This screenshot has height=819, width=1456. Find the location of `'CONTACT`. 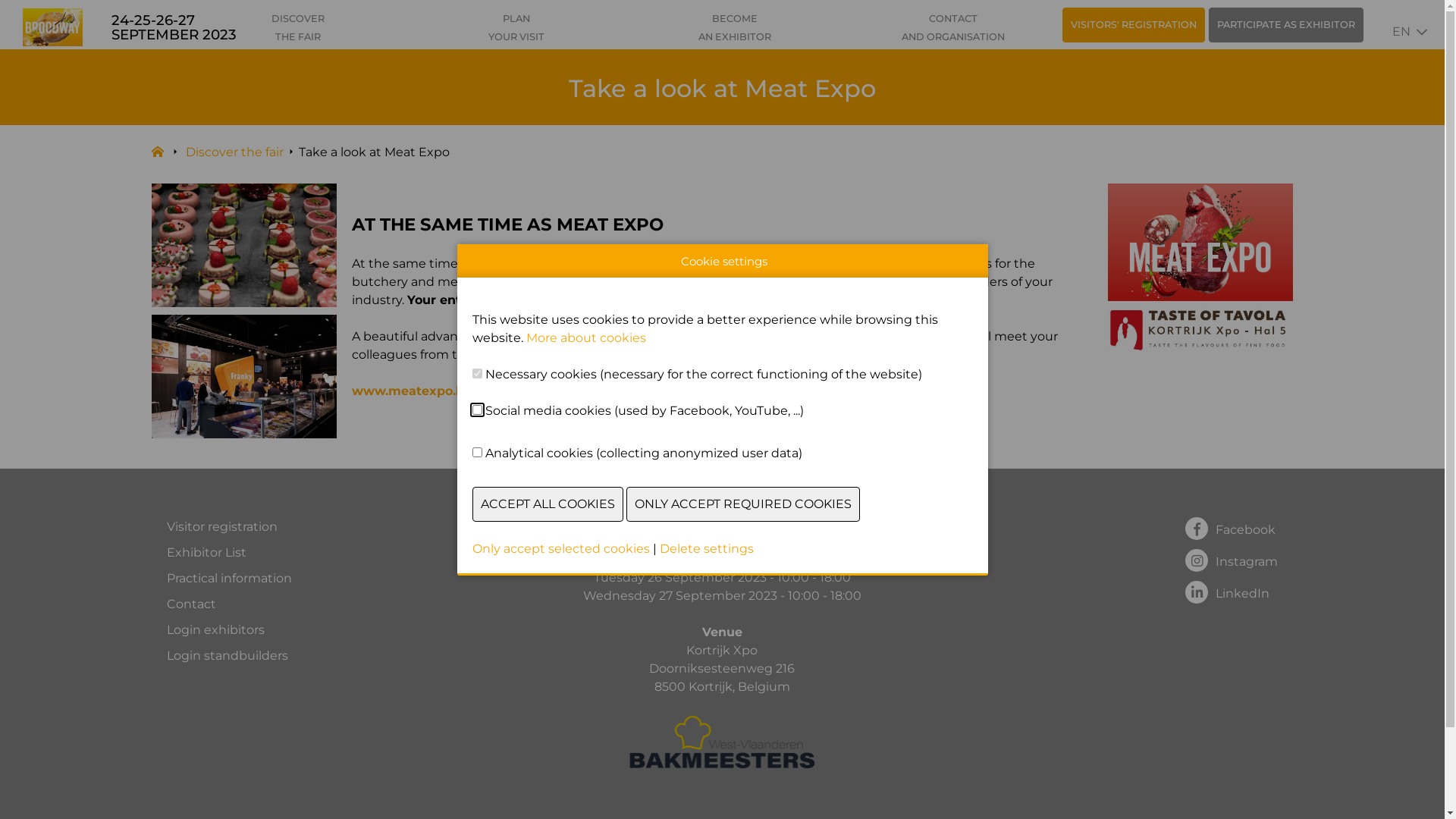

'CONTACT is located at coordinates (952, 28).